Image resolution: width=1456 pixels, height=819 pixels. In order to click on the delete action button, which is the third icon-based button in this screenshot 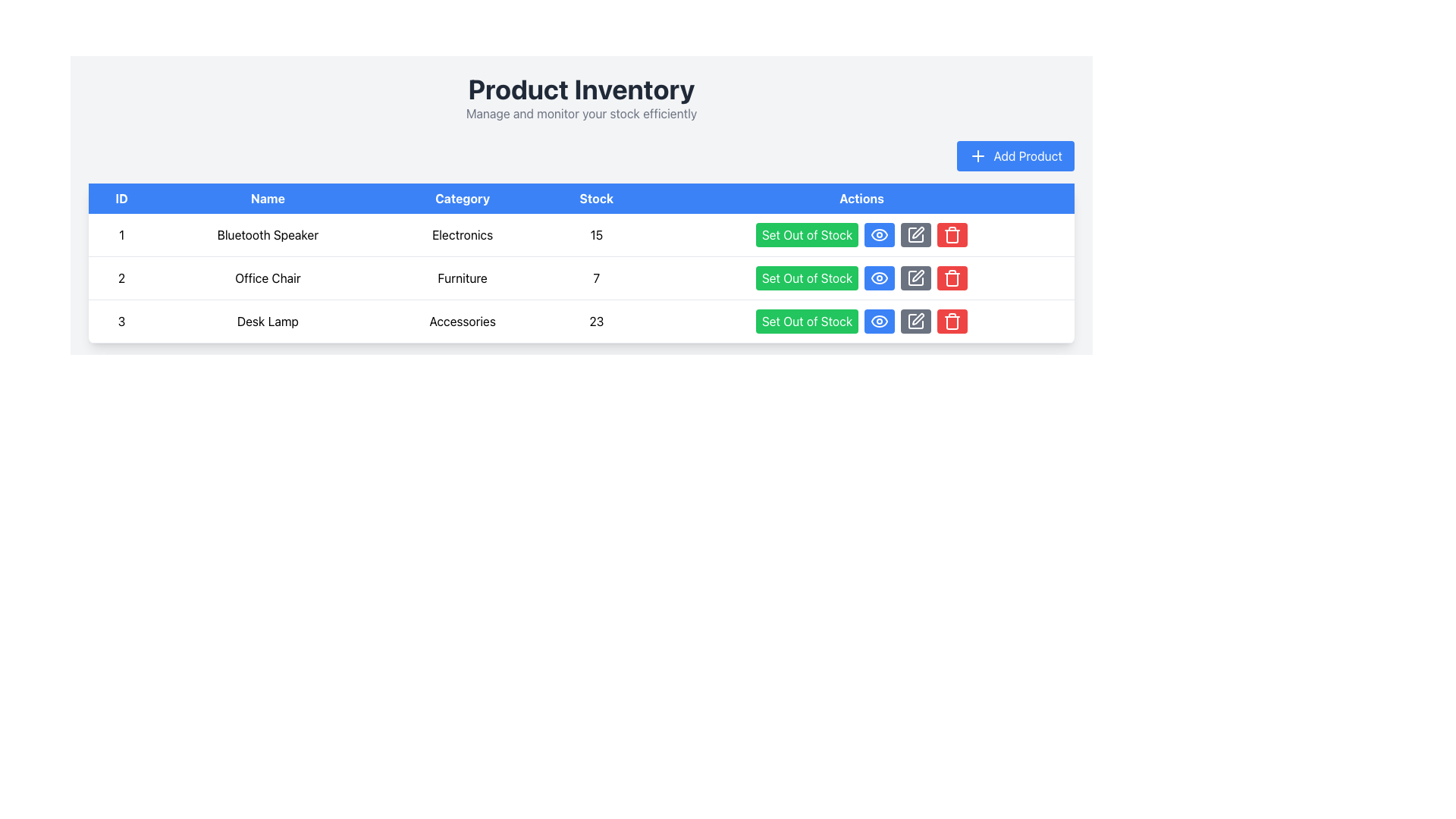, I will do `click(952, 234)`.